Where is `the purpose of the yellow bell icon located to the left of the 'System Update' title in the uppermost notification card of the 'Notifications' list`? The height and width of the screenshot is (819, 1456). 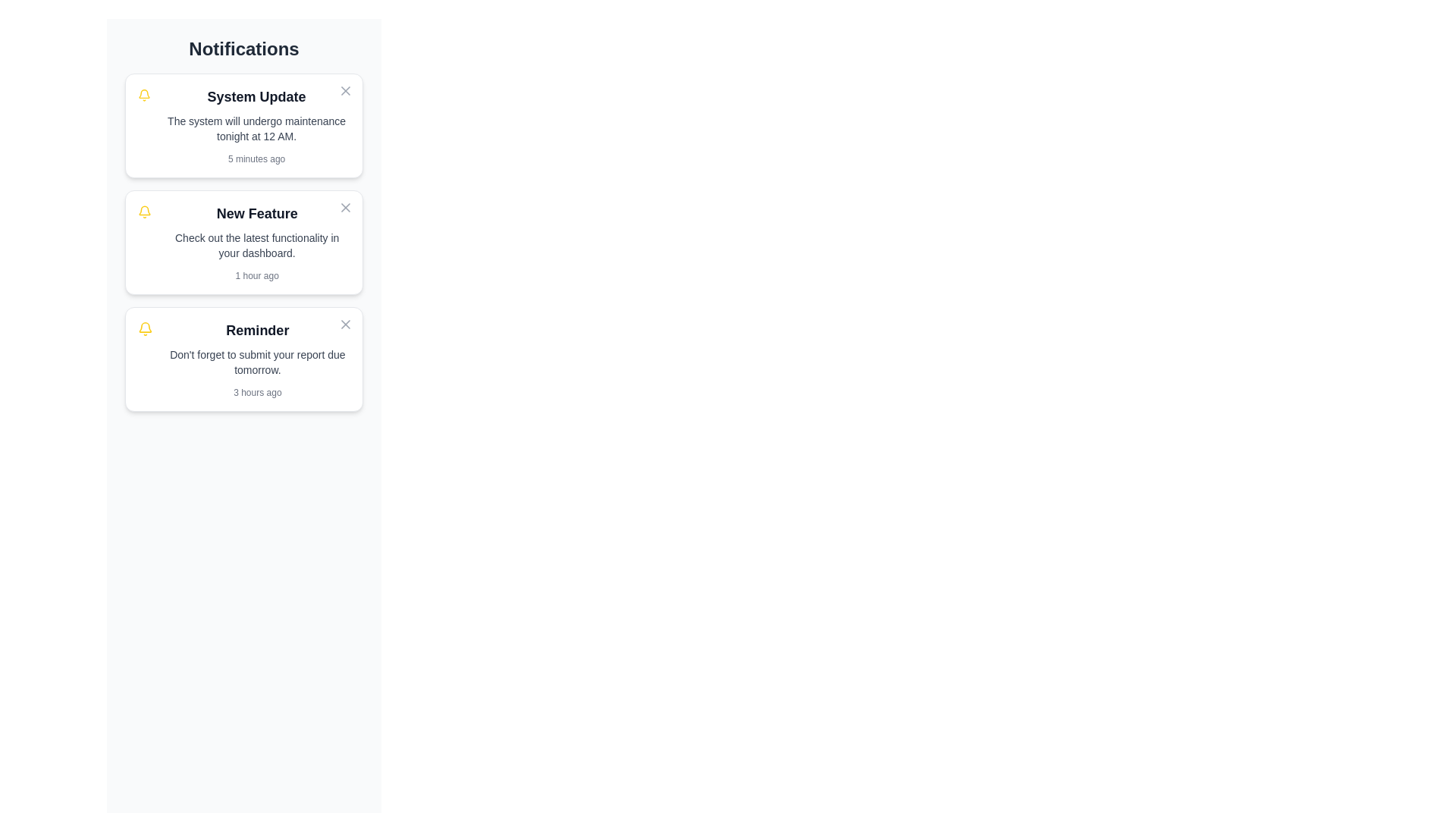
the purpose of the yellow bell icon located to the left of the 'System Update' title in the uppermost notification card of the 'Notifications' list is located at coordinates (144, 96).